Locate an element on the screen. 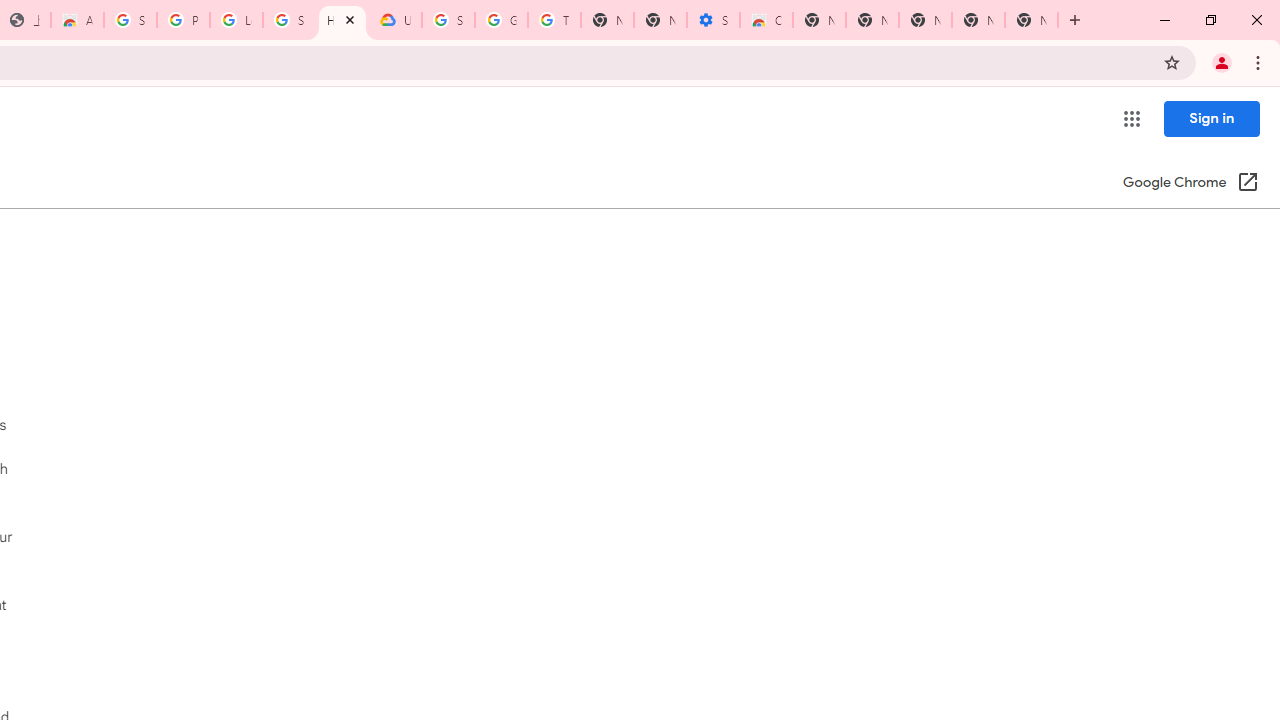 This screenshot has width=1280, height=720. 'Turn cookies on or off - Computer - Google Account Help' is located at coordinates (554, 20).